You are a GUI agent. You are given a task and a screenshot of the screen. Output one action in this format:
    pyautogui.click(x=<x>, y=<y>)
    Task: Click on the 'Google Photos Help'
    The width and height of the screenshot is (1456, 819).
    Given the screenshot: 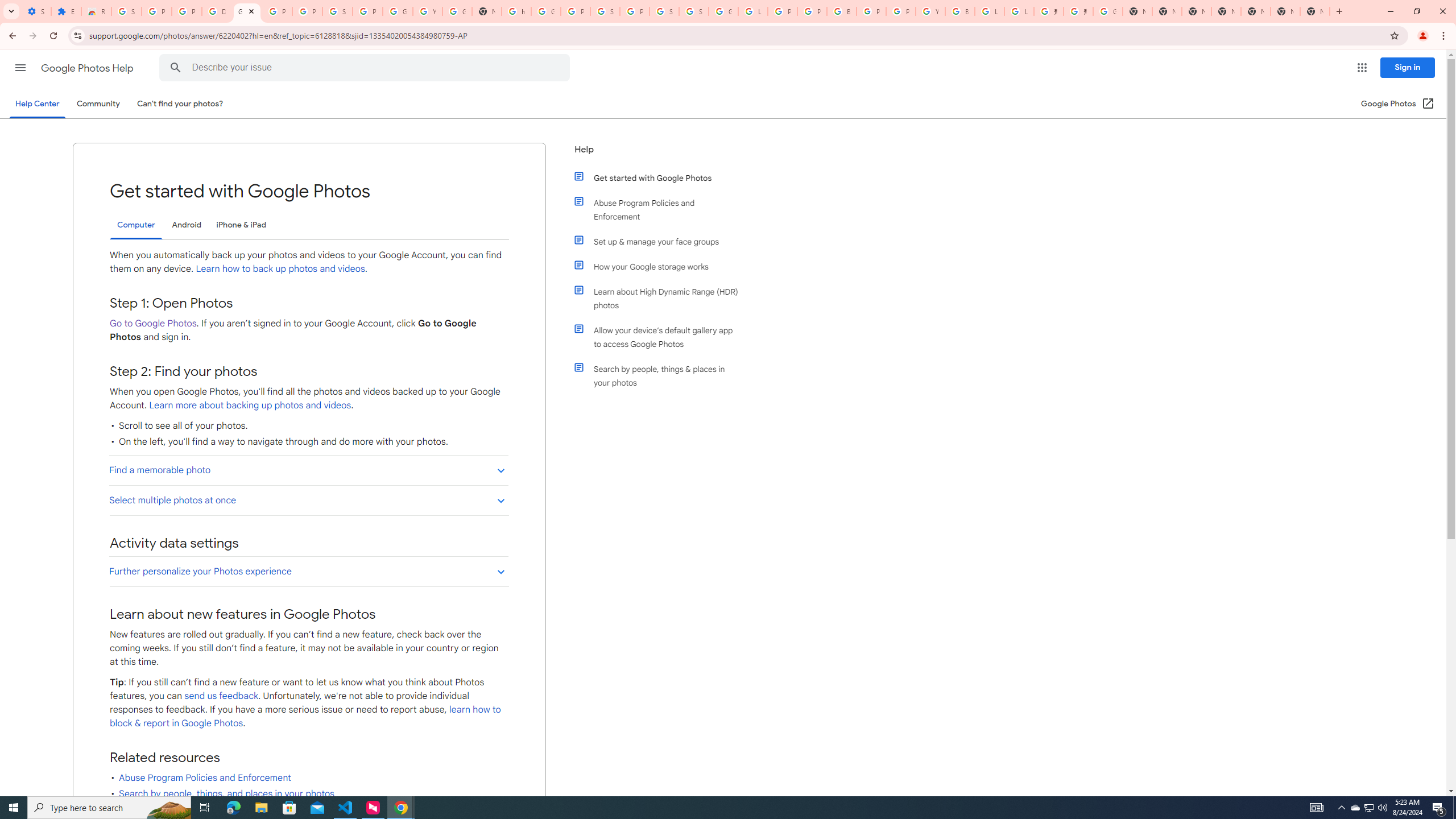 What is the action you would take?
    pyautogui.click(x=88, y=68)
    